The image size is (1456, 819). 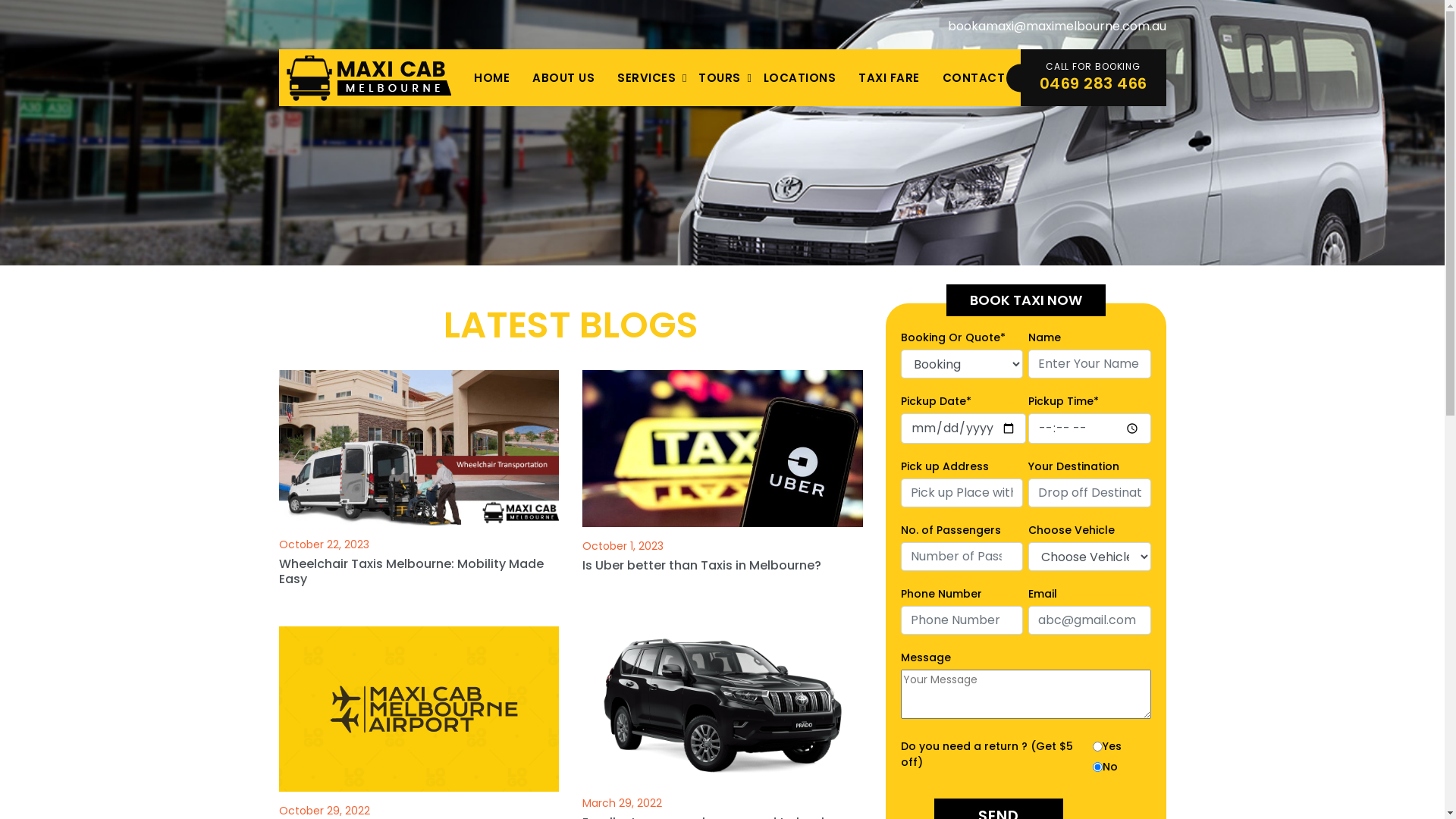 What do you see at coordinates (1092, 83) in the screenshot?
I see `'0469 283 466'` at bounding box center [1092, 83].